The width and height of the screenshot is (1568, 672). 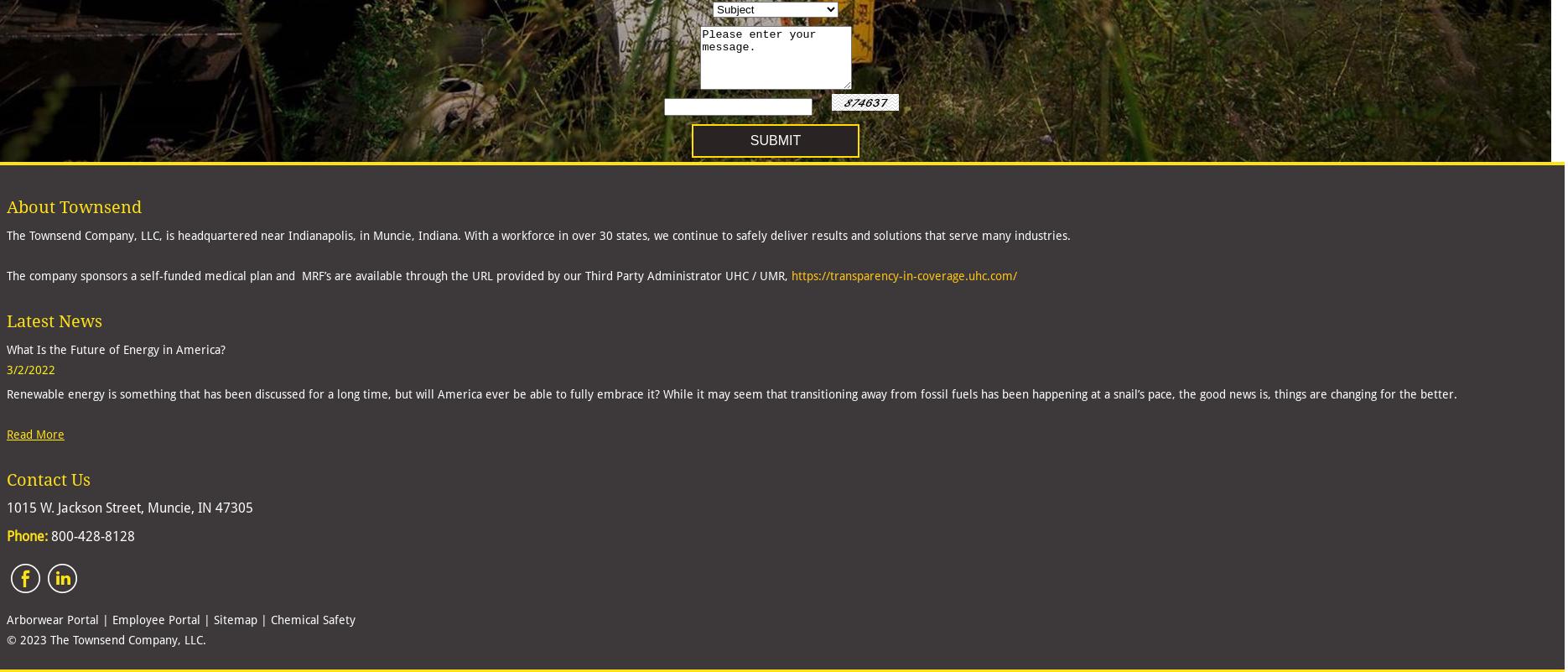 I want to click on ',', so click(x=788, y=275).